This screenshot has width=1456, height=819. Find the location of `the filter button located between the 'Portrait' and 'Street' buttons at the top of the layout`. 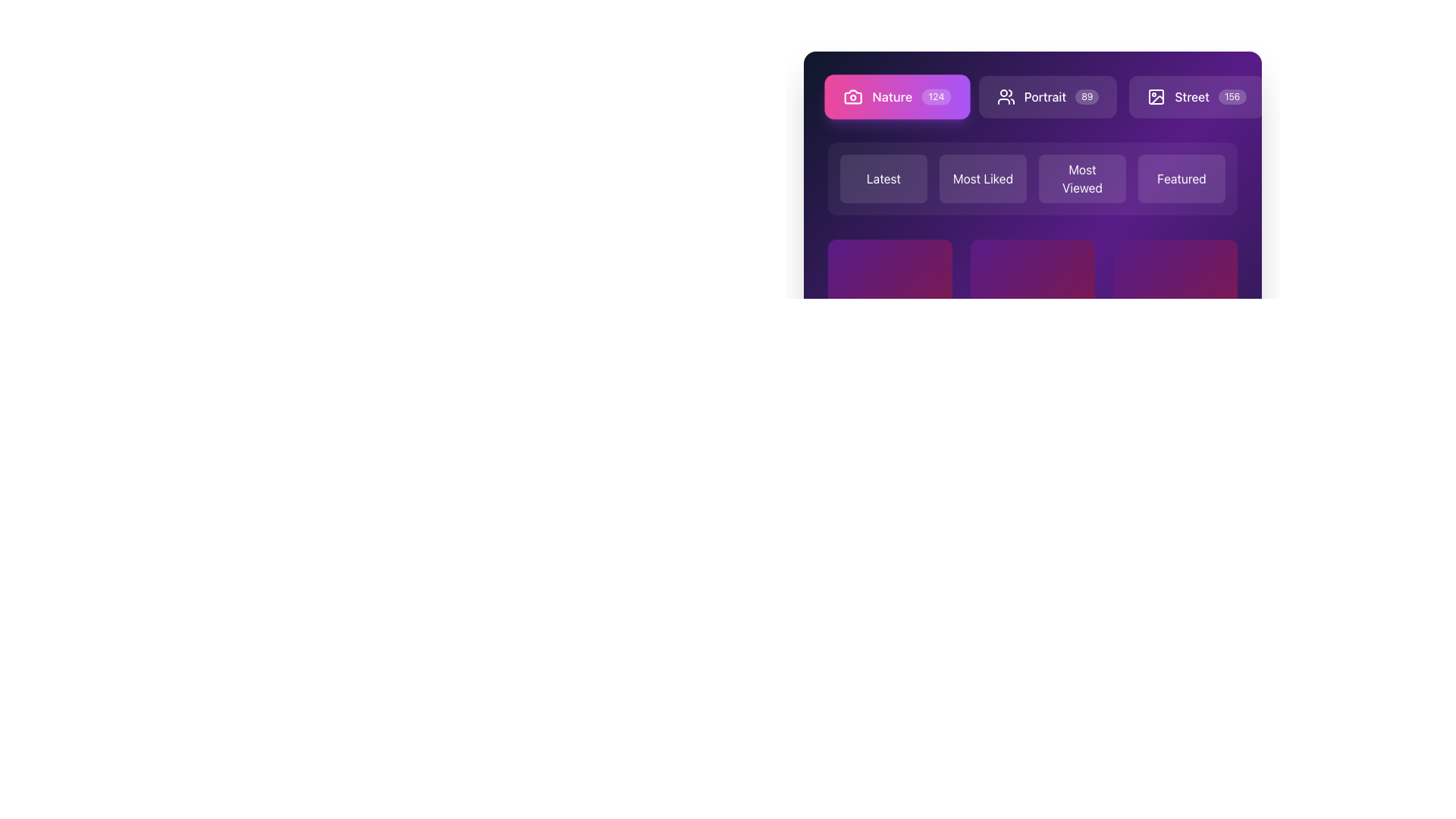

the filter button located between the 'Portrait' and 'Street' buttons at the top of the layout is located at coordinates (1125, 96).